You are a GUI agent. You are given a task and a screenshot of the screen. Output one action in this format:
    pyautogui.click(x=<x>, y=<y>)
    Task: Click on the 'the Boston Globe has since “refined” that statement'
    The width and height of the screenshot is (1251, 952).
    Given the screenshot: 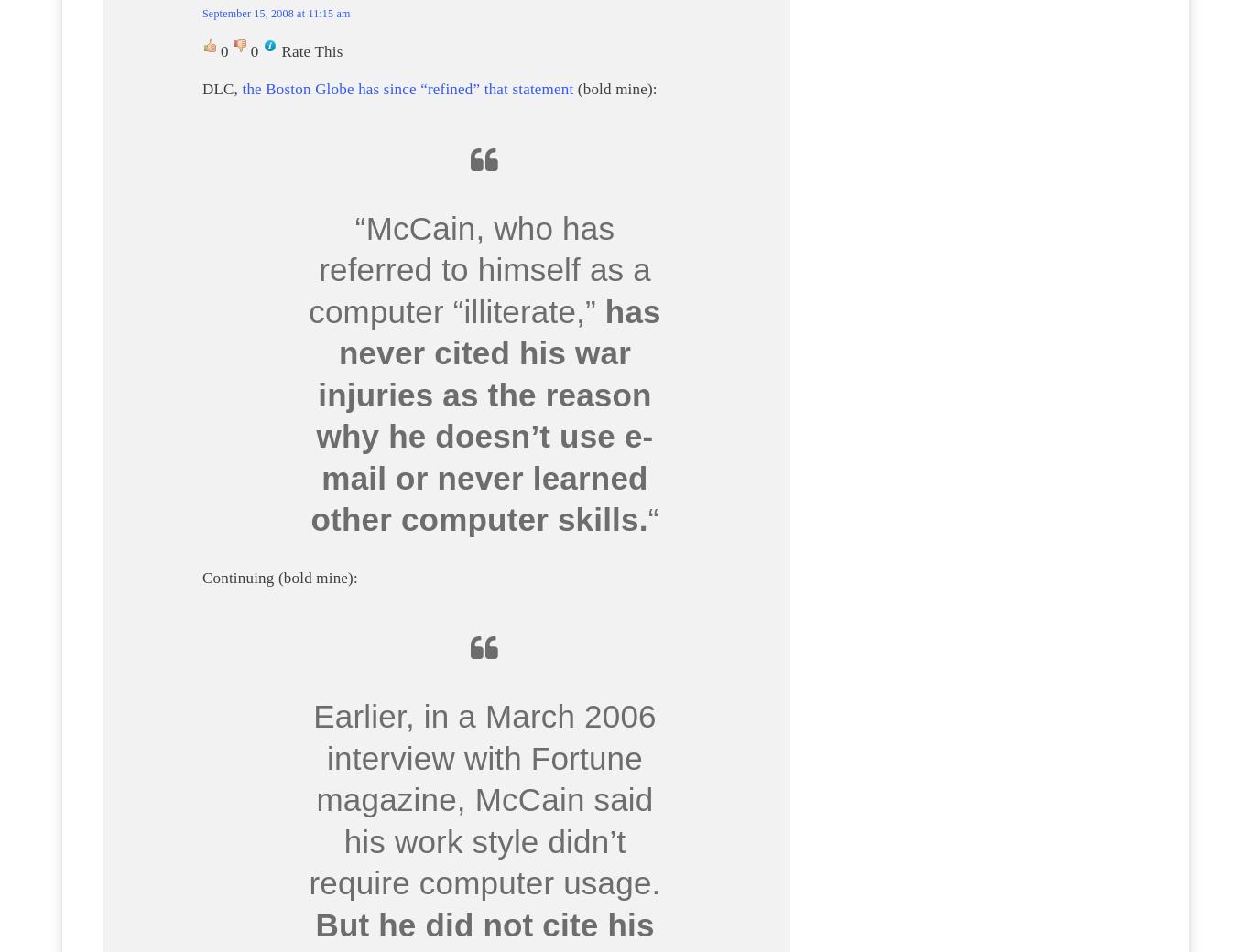 What is the action you would take?
    pyautogui.click(x=407, y=88)
    